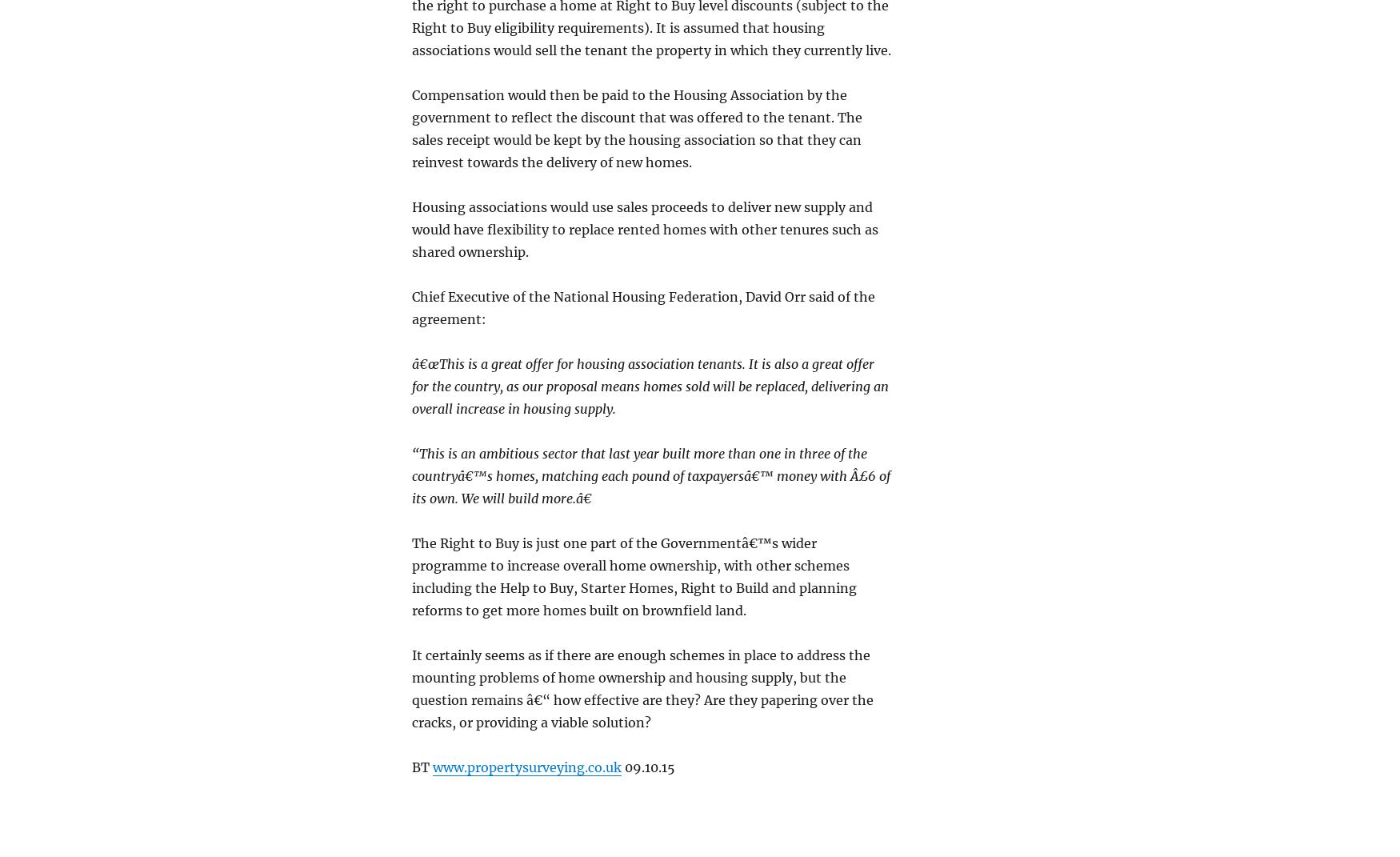 The image size is (1400, 857). I want to click on 'Housing associations would use sales proceeds to deliver new supply and would have flexibility to replace rented homes with other tenures such as shared ownership.', so click(411, 228).